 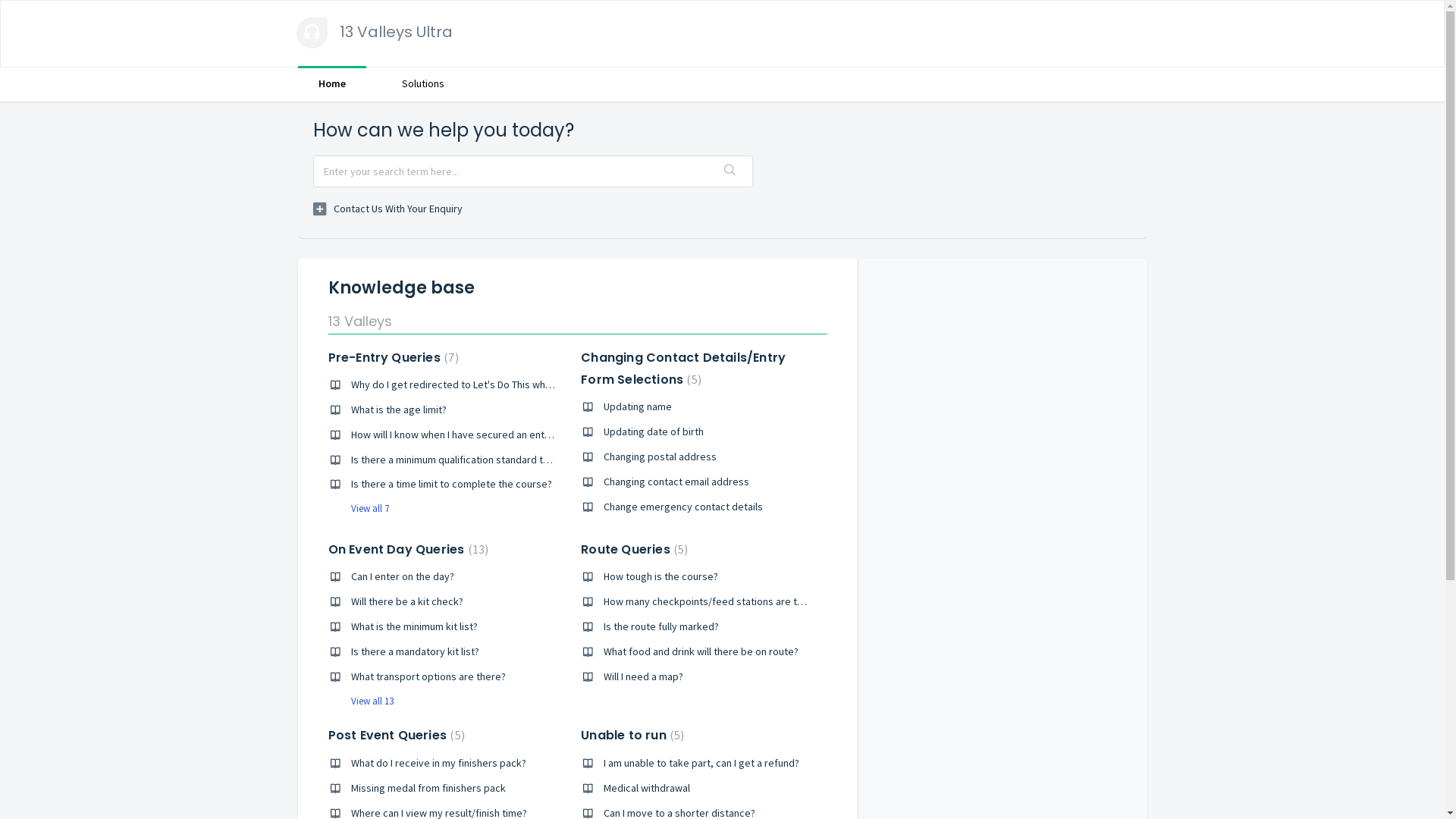 I want to click on 'Pre-Entry Queries 7', so click(x=393, y=357).